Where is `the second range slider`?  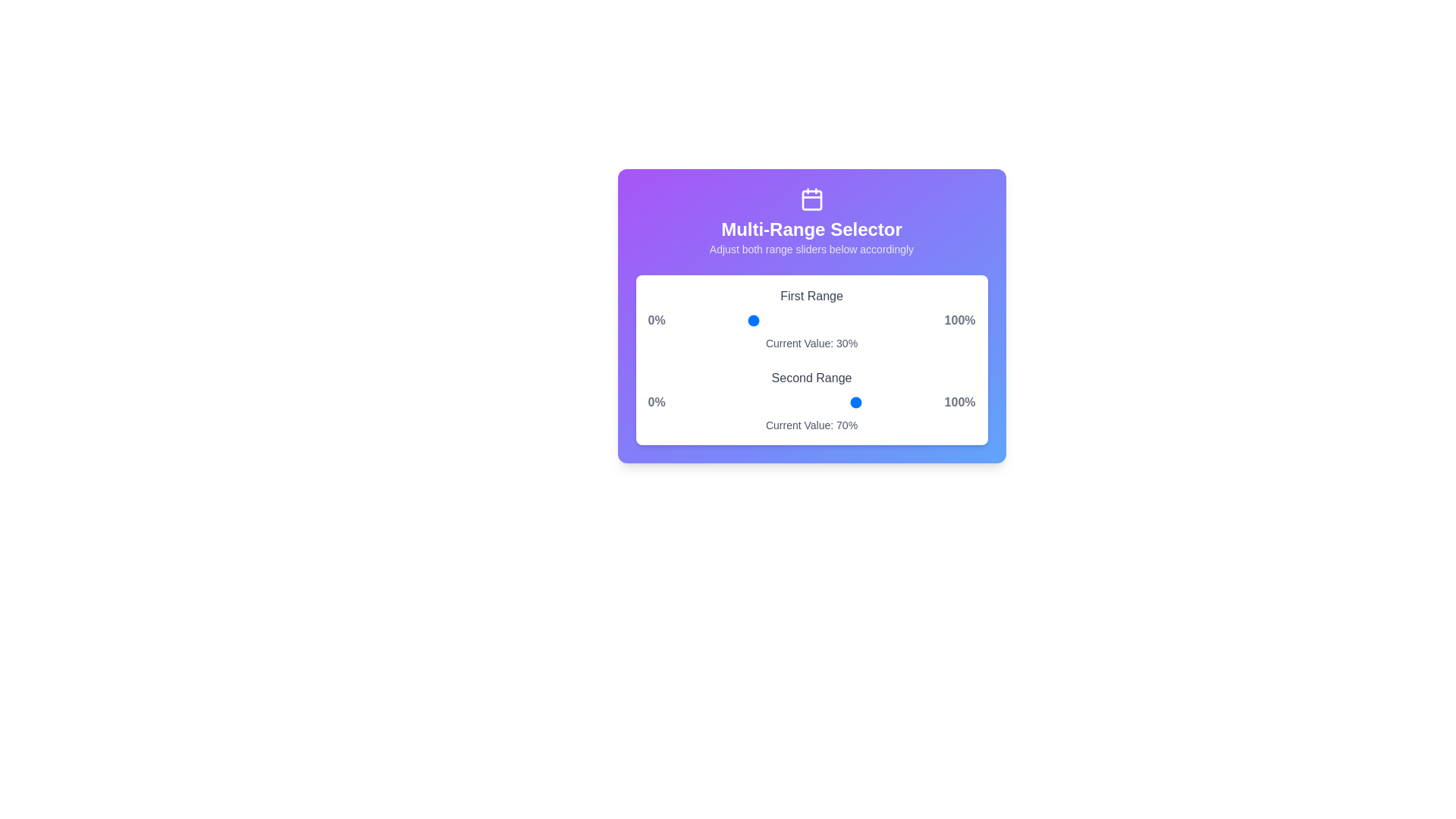
the second range slider is located at coordinates (708, 402).